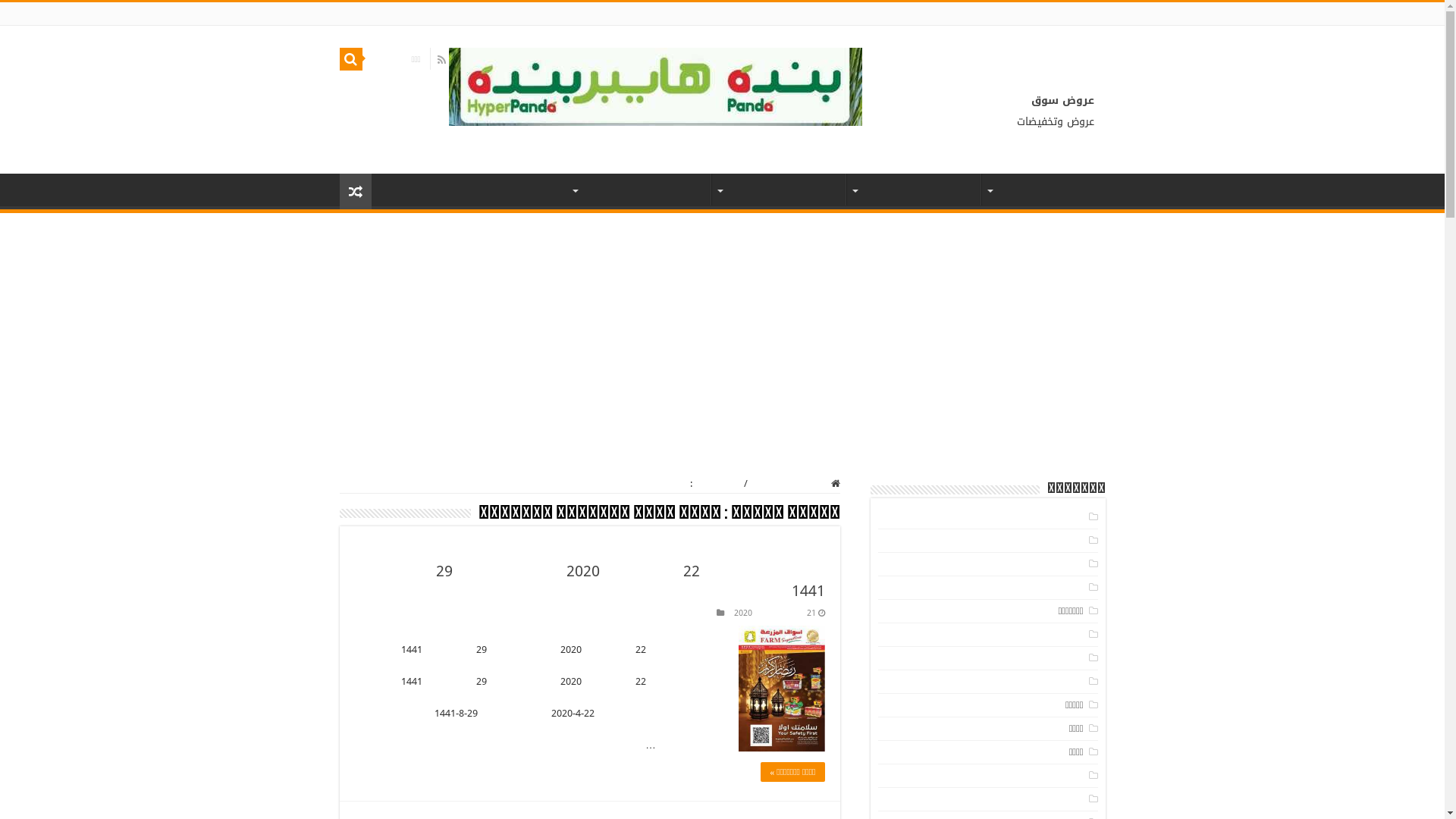  Describe the element at coordinates (440, 58) in the screenshot. I see `'Rss'` at that location.